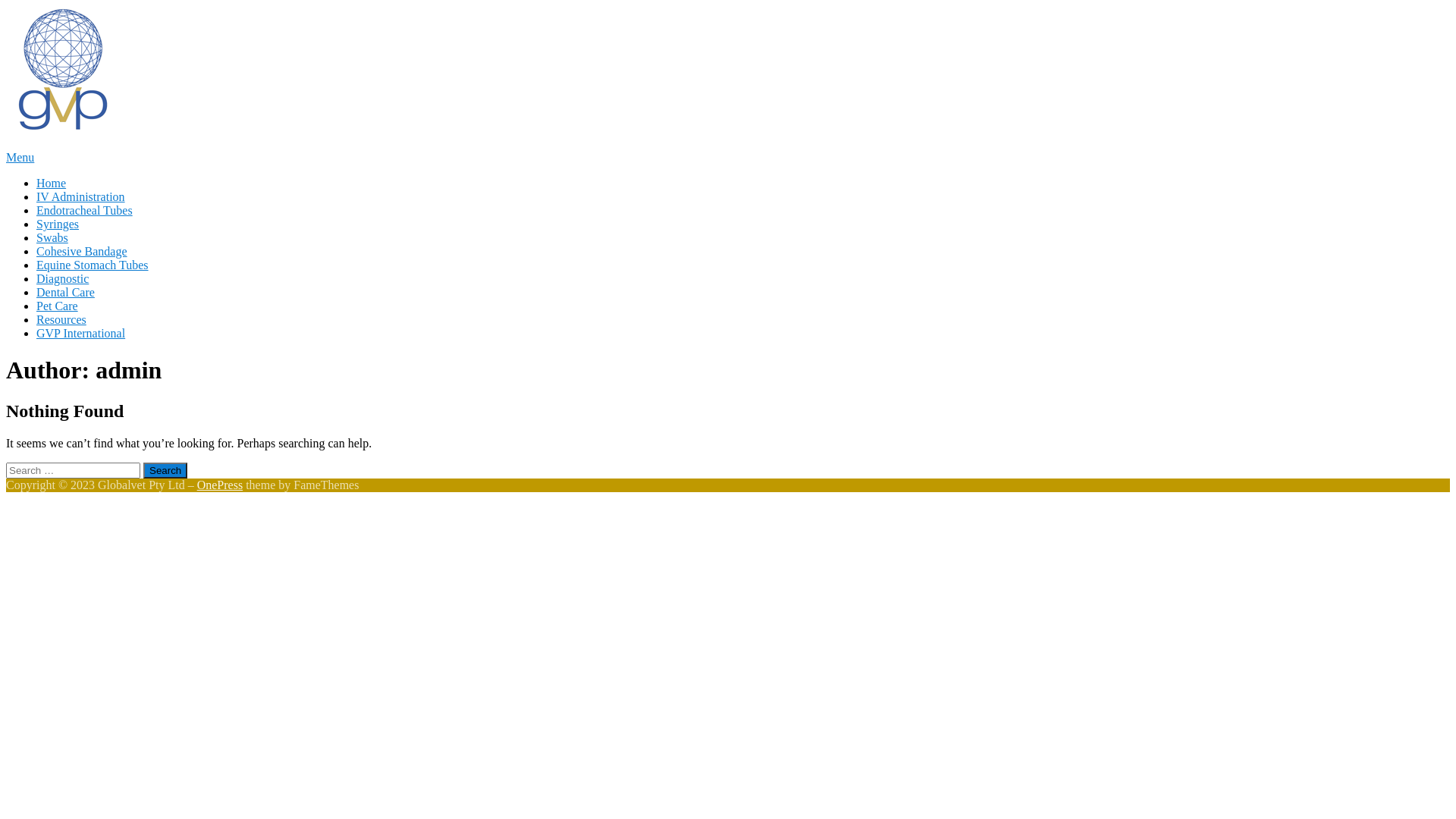 The height and width of the screenshot is (819, 1456). I want to click on 'Cohesive Bandage', so click(80, 250).